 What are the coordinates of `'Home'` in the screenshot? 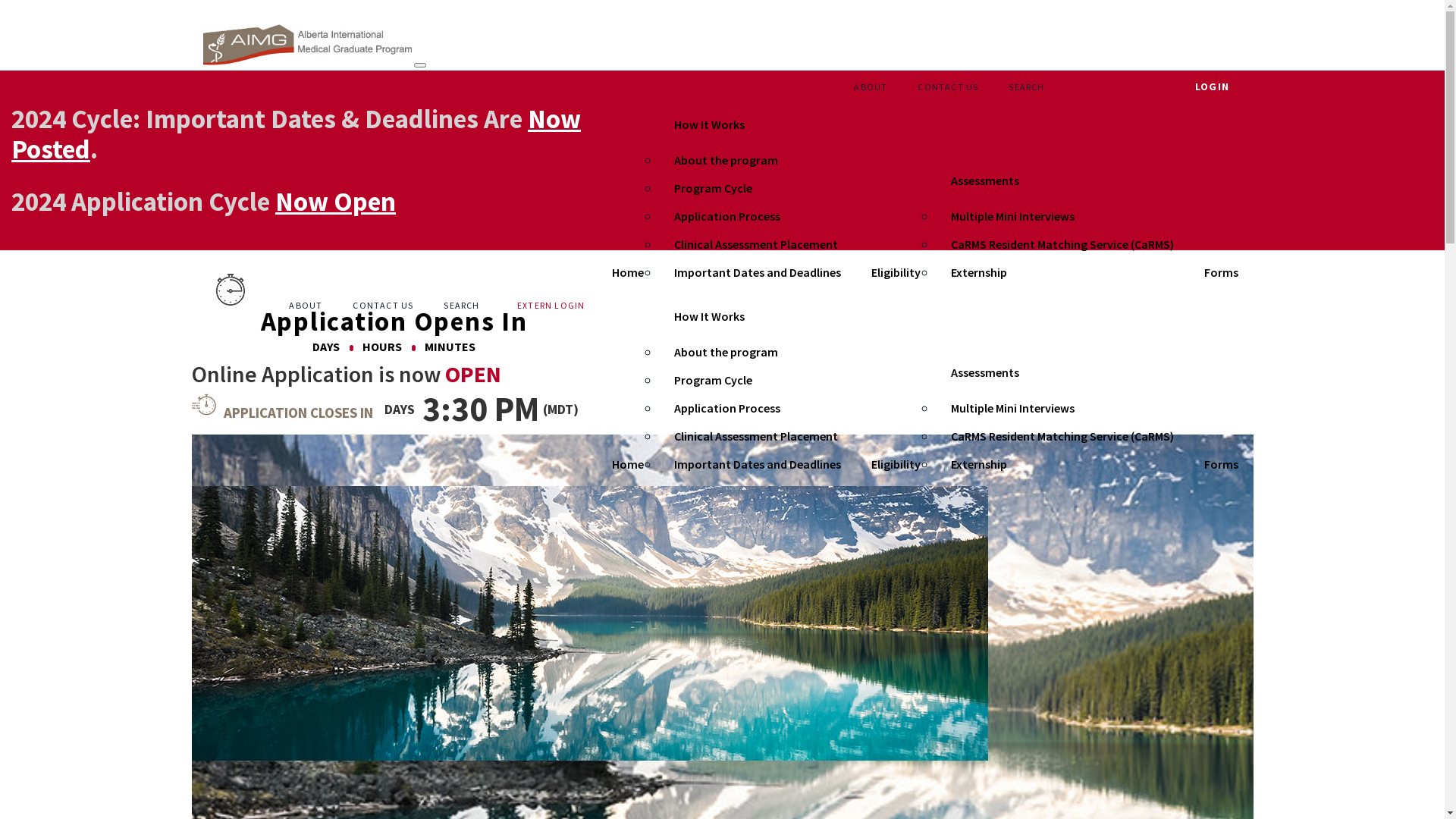 It's located at (626, 271).